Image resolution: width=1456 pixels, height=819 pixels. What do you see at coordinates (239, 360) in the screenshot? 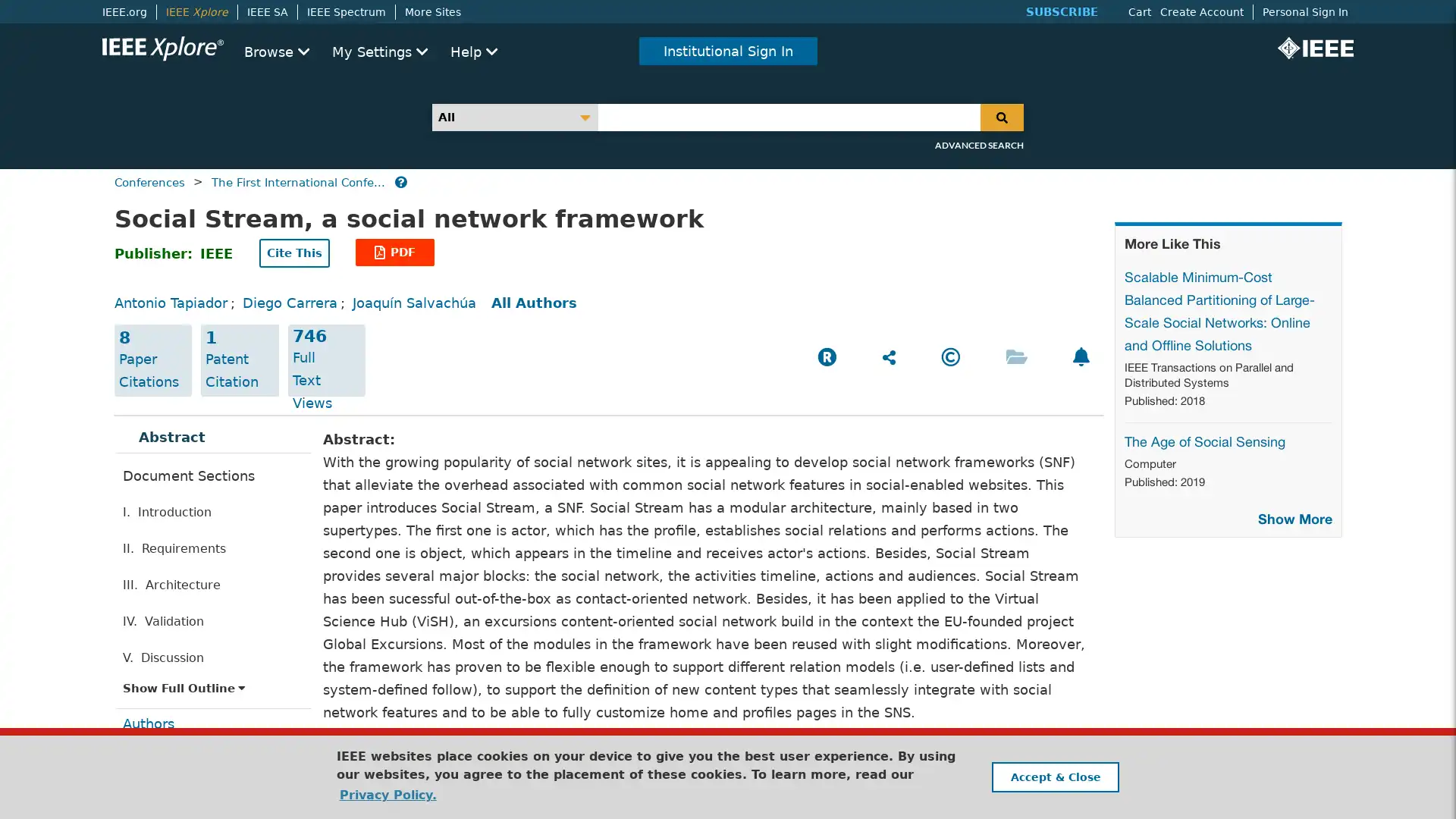
I see `1 Patent Citation` at bounding box center [239, 360].